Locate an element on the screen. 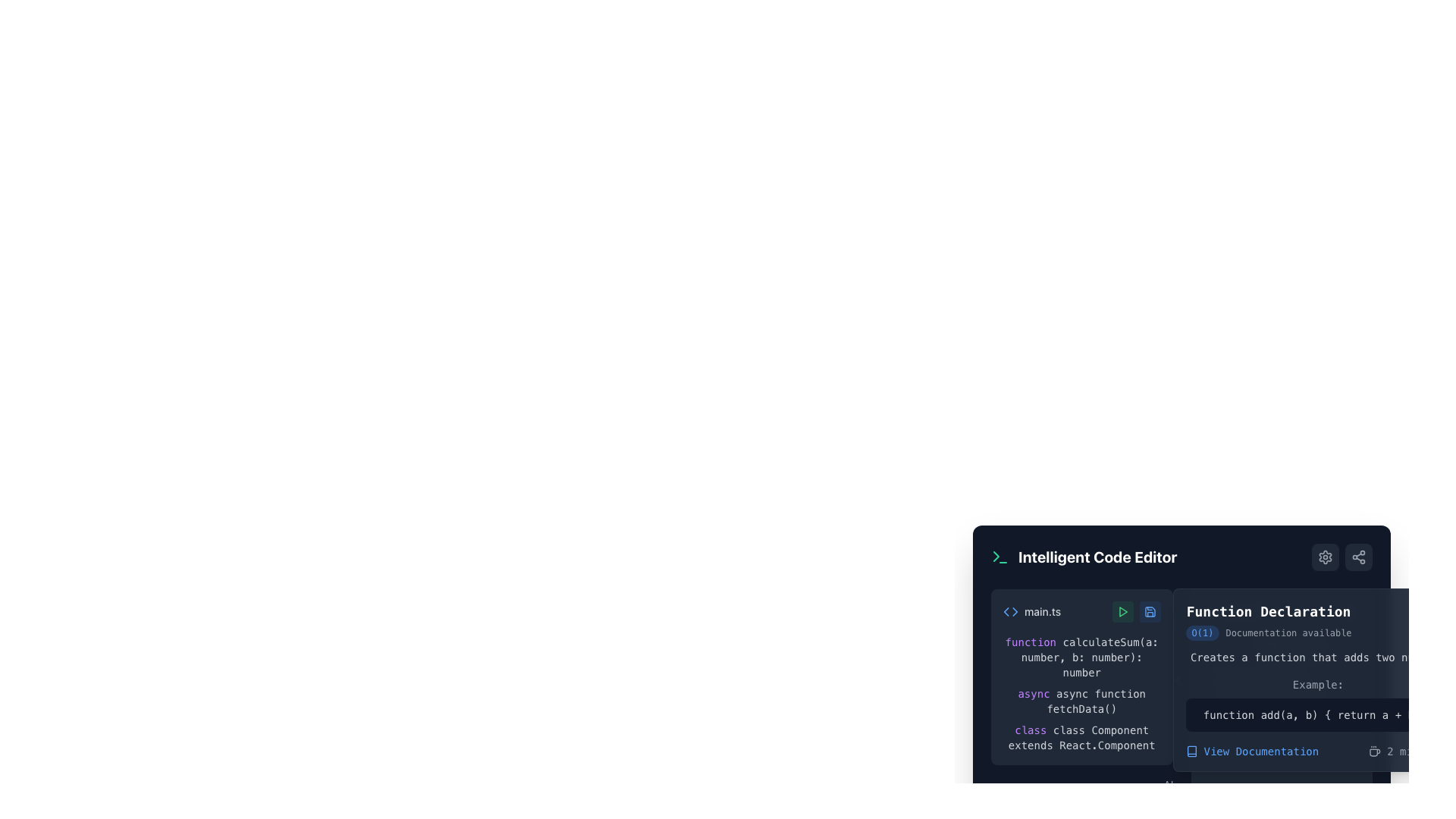  the title text label that indicates the purpose of the interface panel, located centrally aligned in the top section of the dark panel is located at coordinates (1097, 557).